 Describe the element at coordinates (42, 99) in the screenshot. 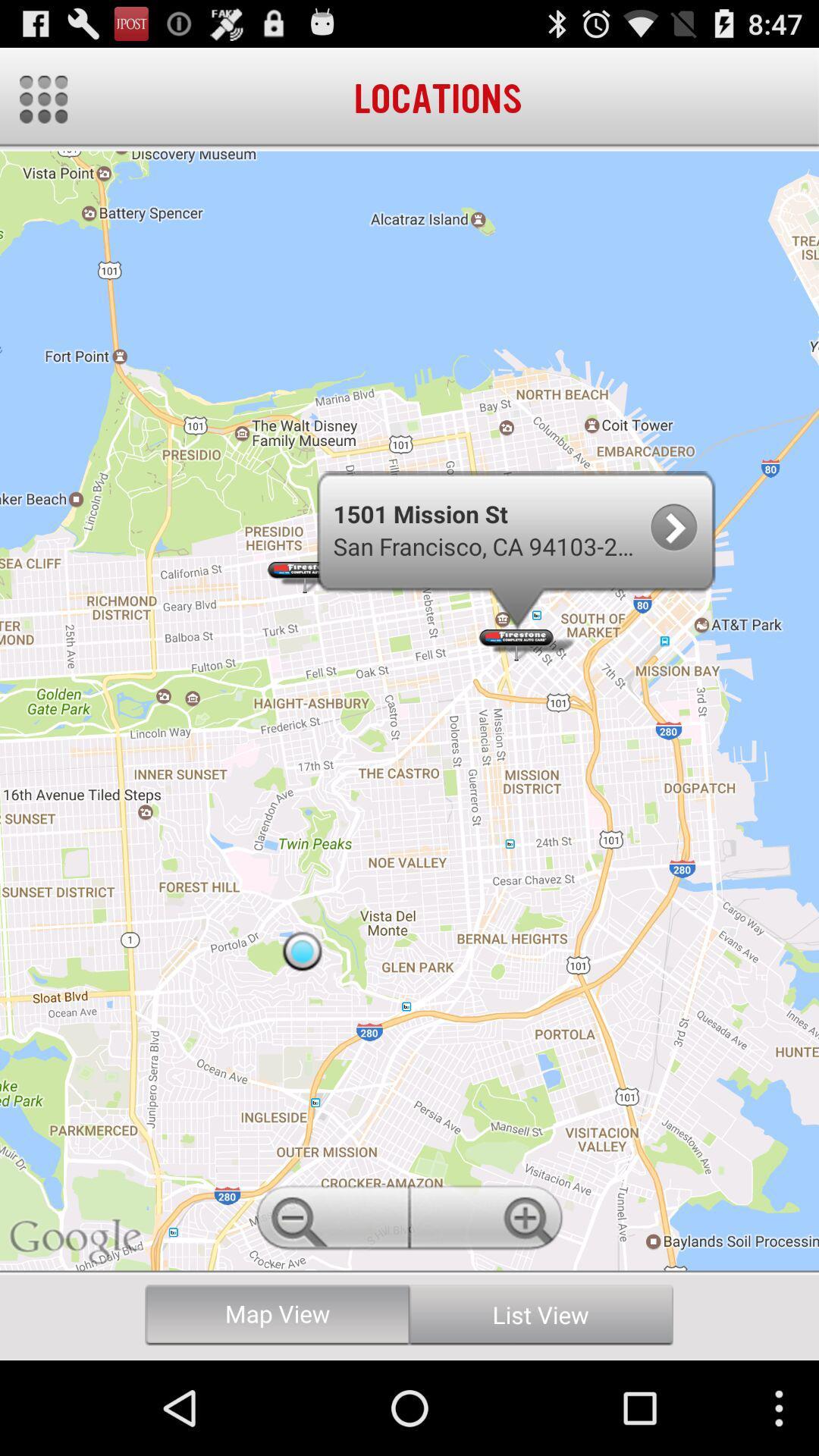

I see `menu` at that location.